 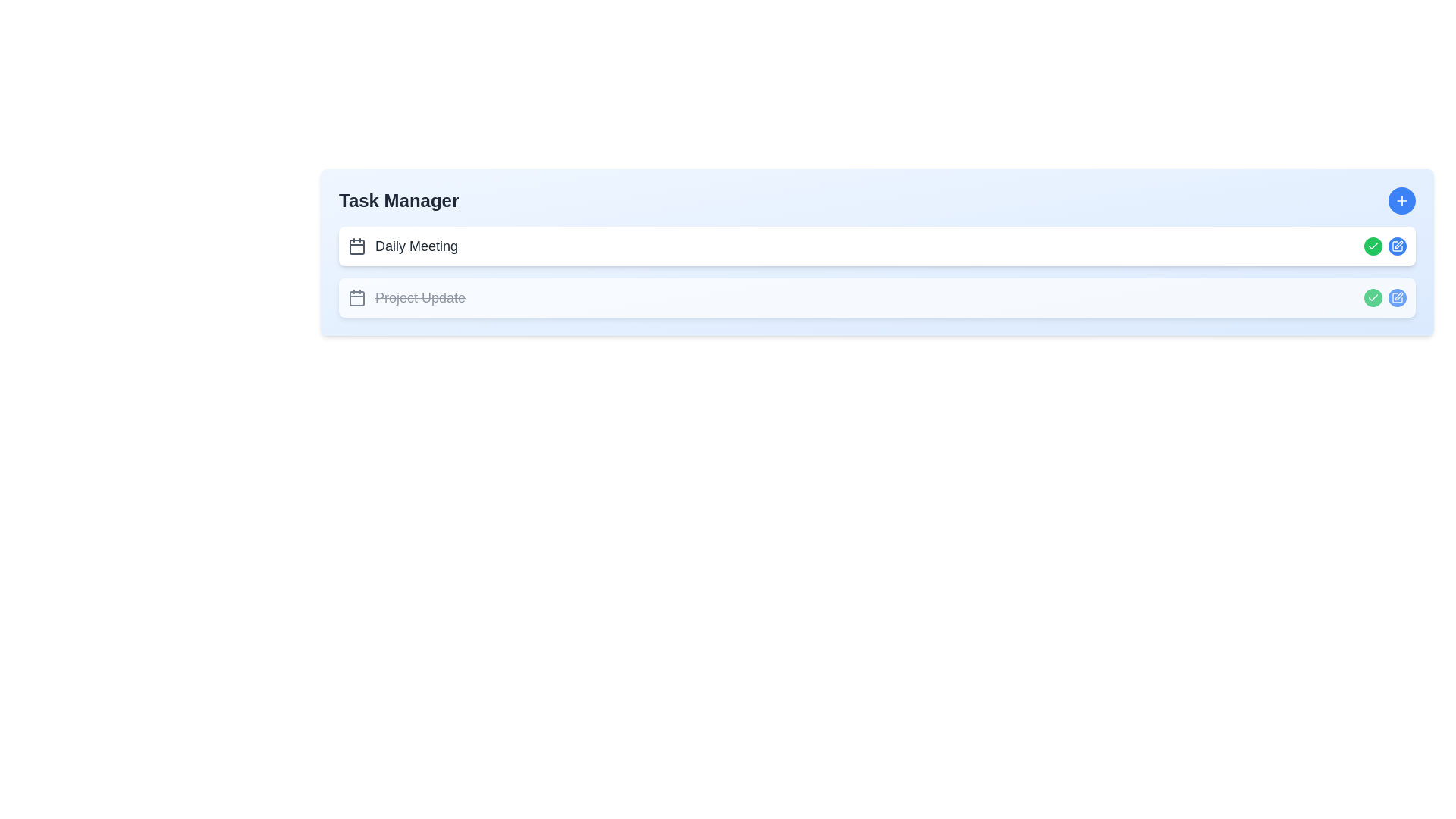 What do you see at coordinates (406, 298) in the screenshot?
I see `the 'Project Update' task item, which is styled with a strikethrough and located within a task management interface` at bounding box center [406, 298].